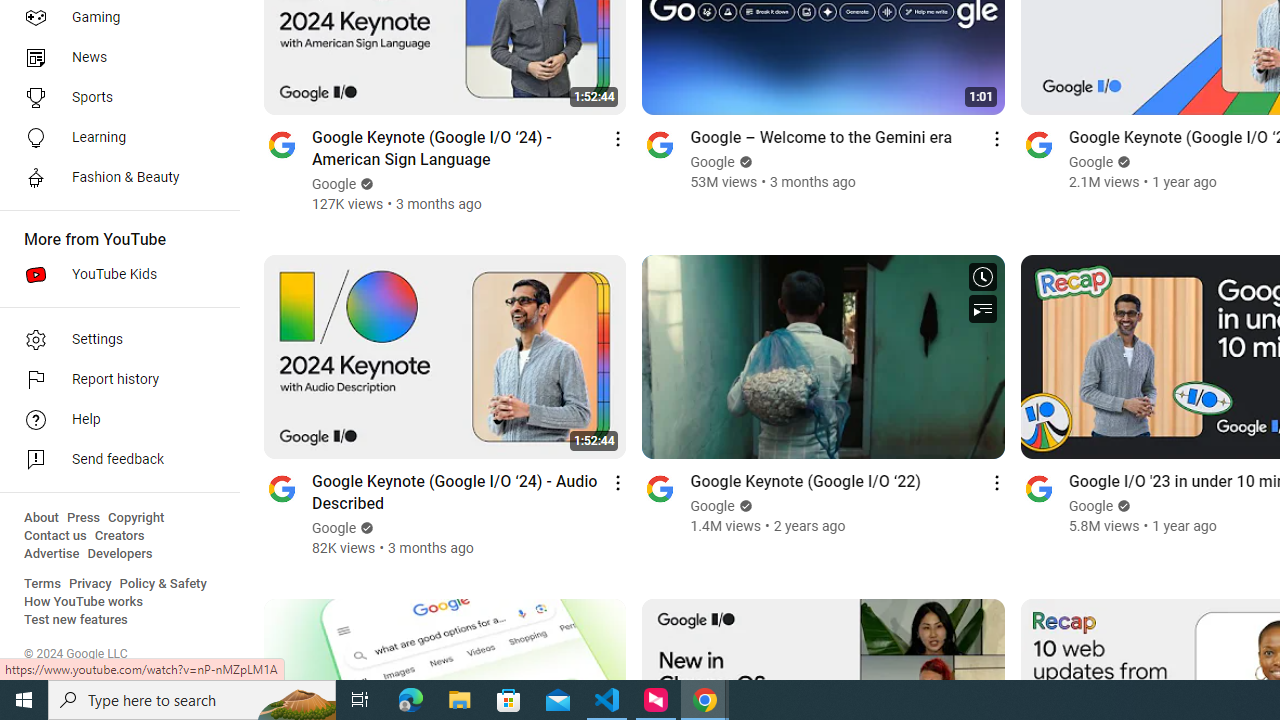 This screenshot has height=720, width=1280. What do you see at coordinates (135, 517) in the screenshot?
I see `'Copyright'` at bounding box center [135, 517].